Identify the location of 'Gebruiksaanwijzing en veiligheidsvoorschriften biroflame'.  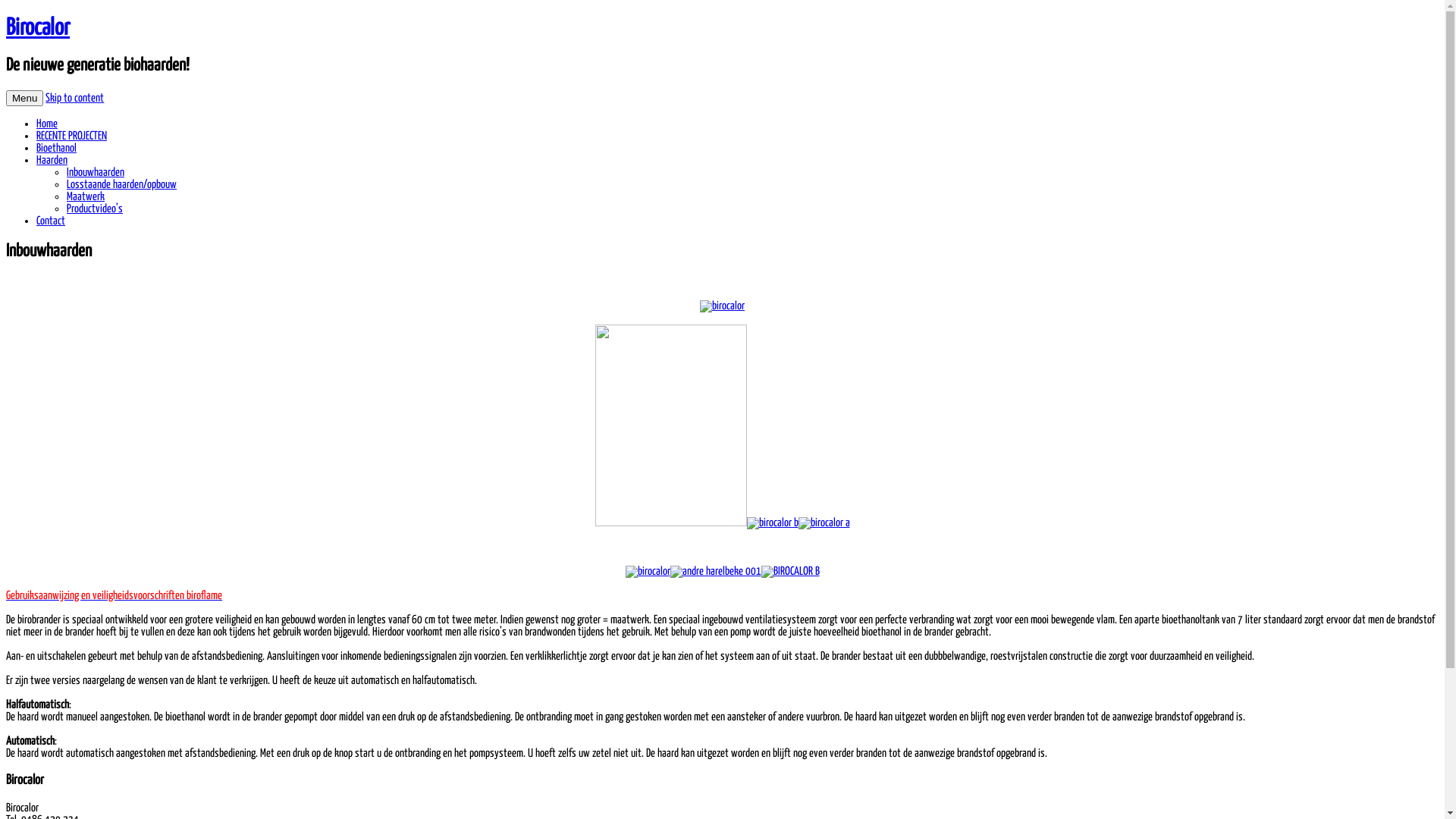
(113, 595).